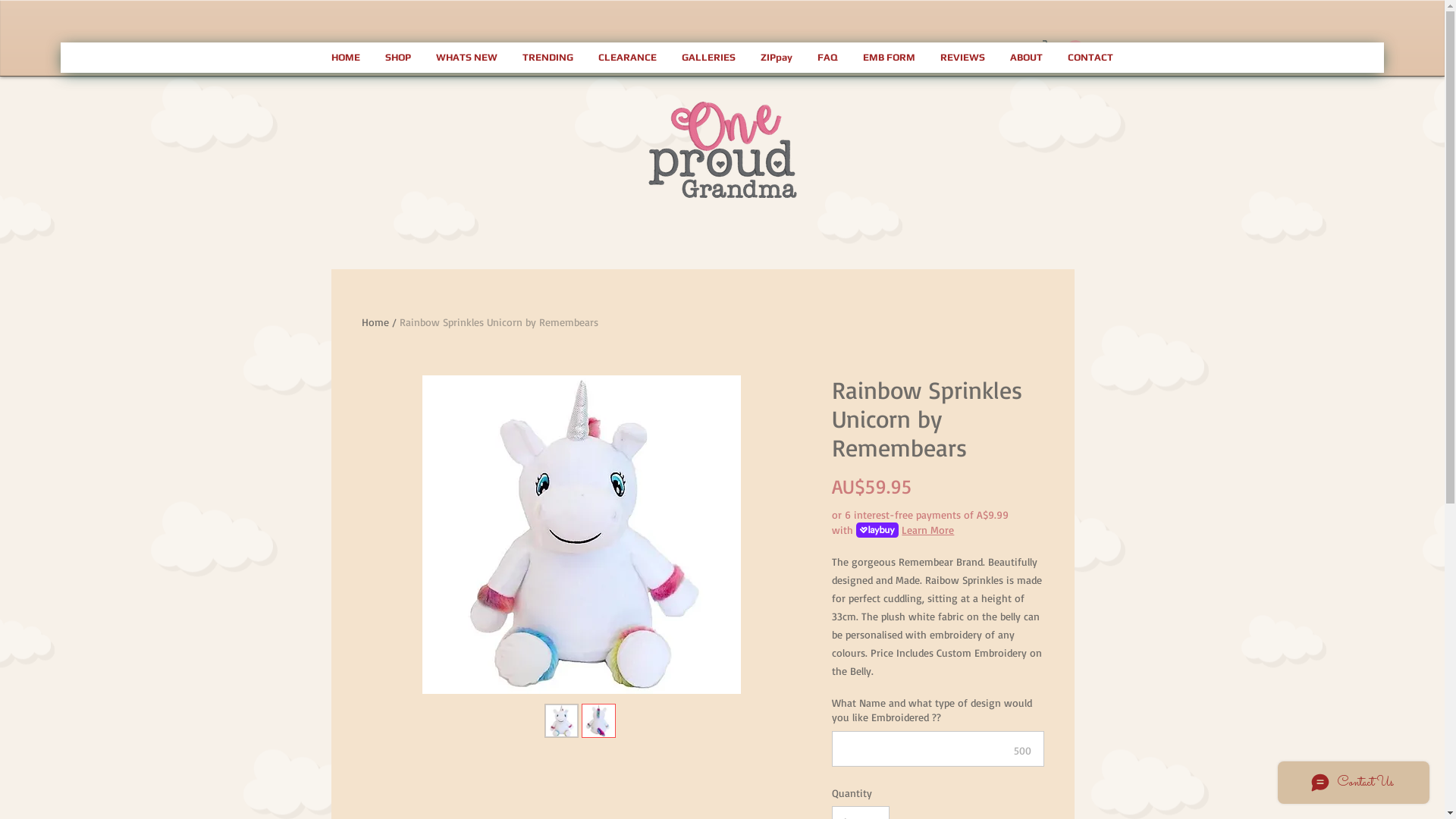  Describe the element at coordinates (546, 57) in the screenshot. I see `'TRENDING'` at that location.